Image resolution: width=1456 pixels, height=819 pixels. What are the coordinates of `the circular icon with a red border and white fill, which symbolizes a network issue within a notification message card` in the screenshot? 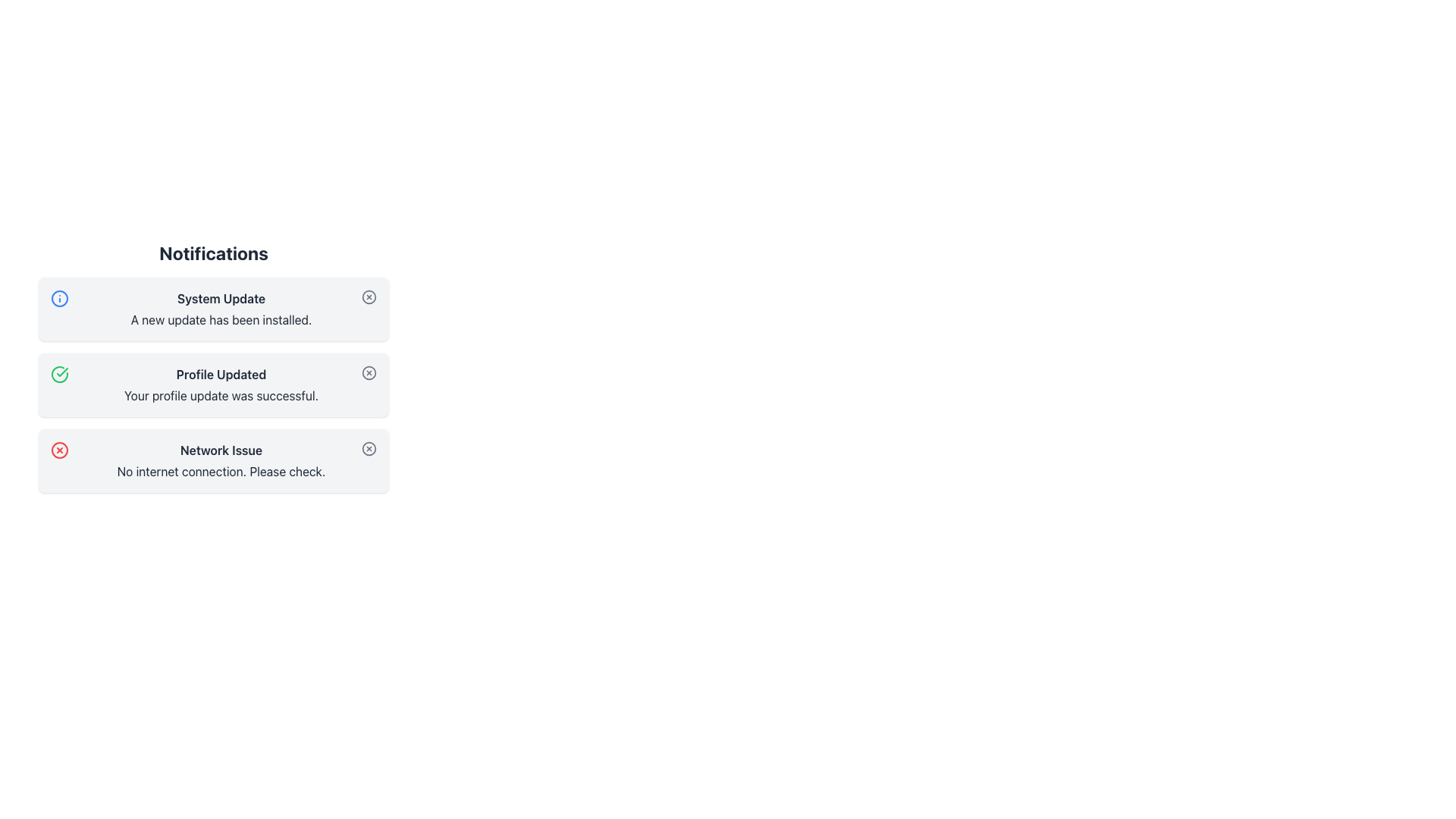 It's located at (59, 450).